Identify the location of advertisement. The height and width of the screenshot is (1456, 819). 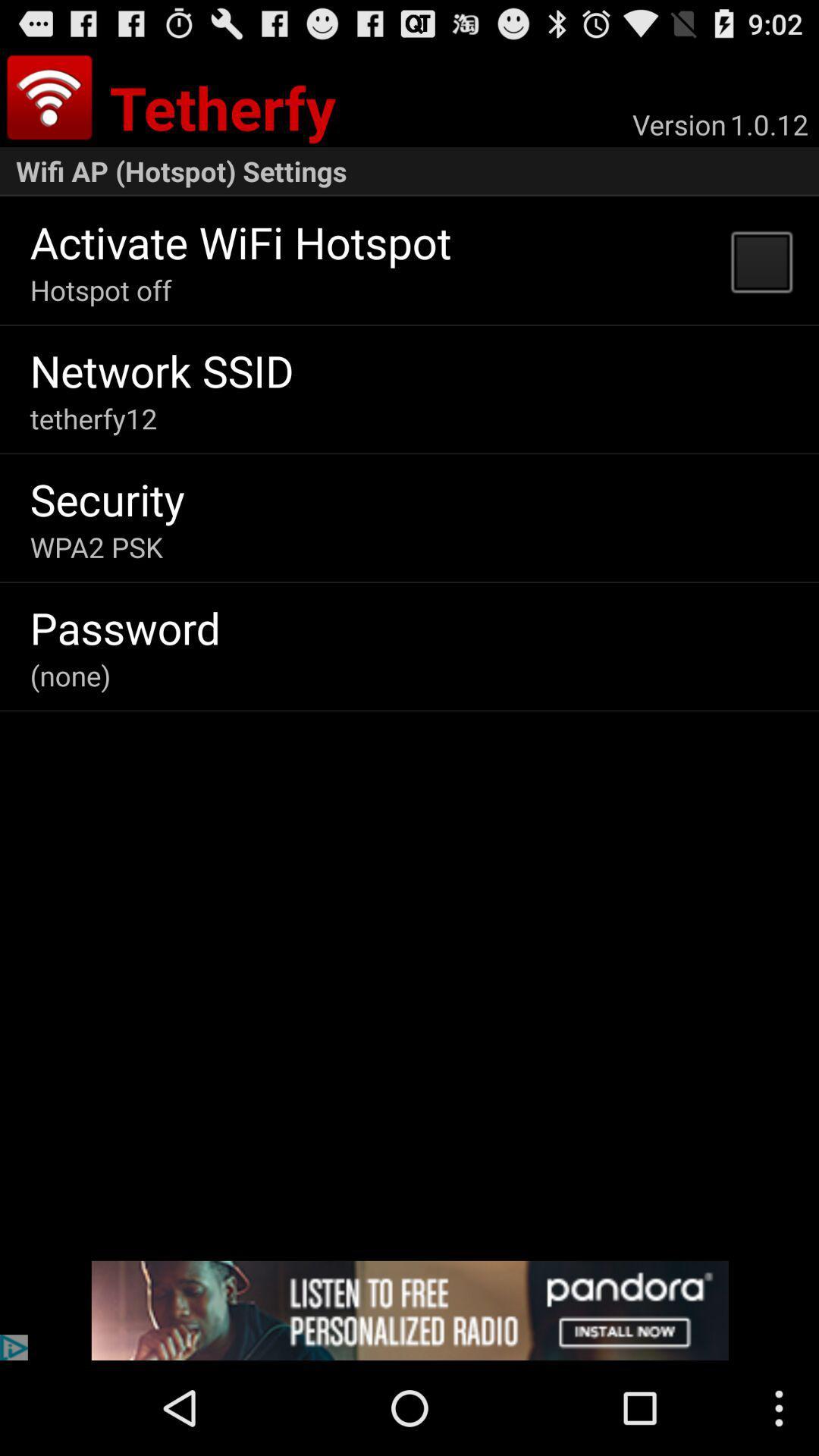
(409, 1310).